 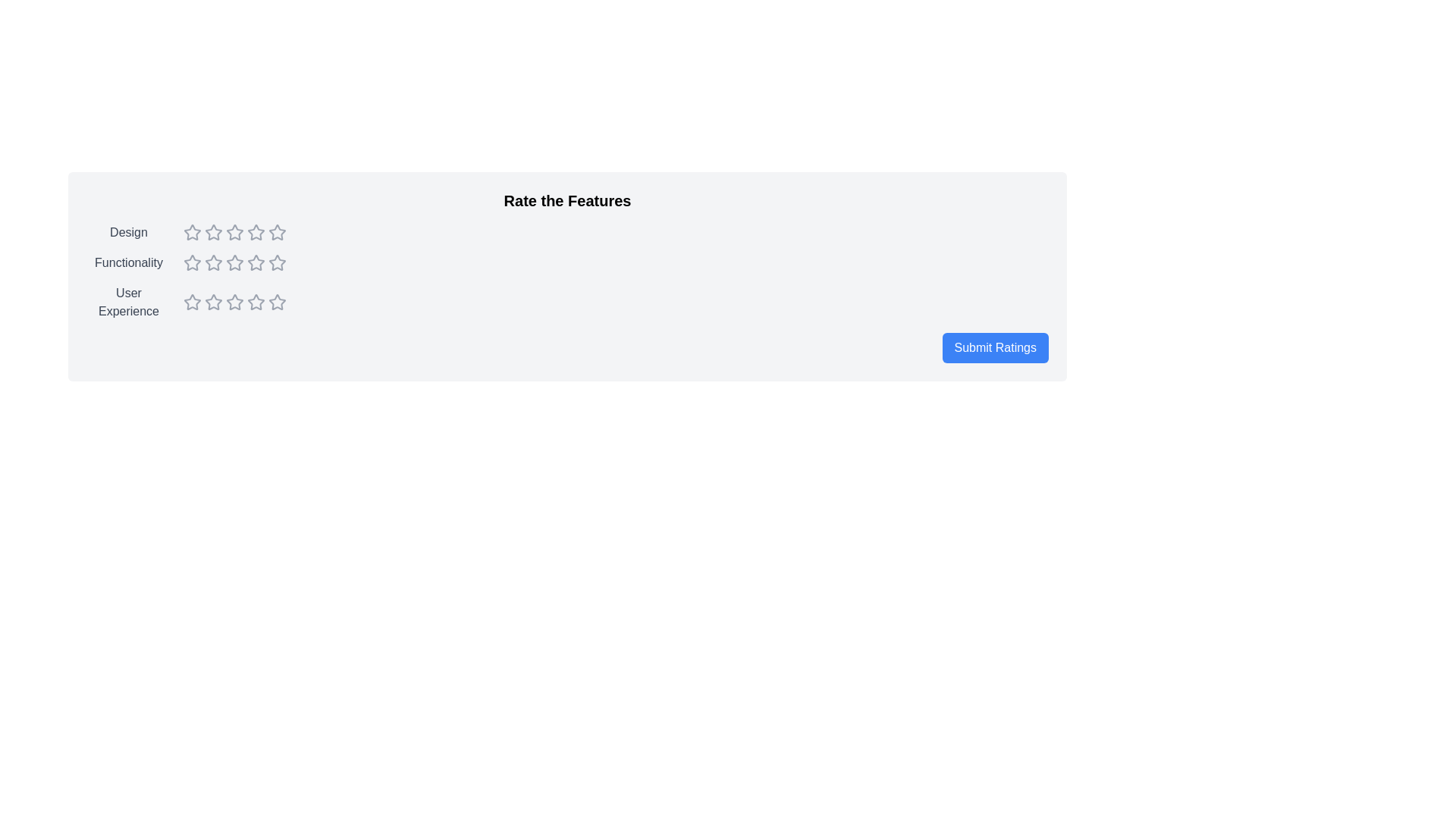 What do you see at coordinates (213, 233) in the screenshot?
I see `the second star icon in the row of five stars to give a two-star rating for the 'Design' category in the feedback form` at bounding box center [213, 233].